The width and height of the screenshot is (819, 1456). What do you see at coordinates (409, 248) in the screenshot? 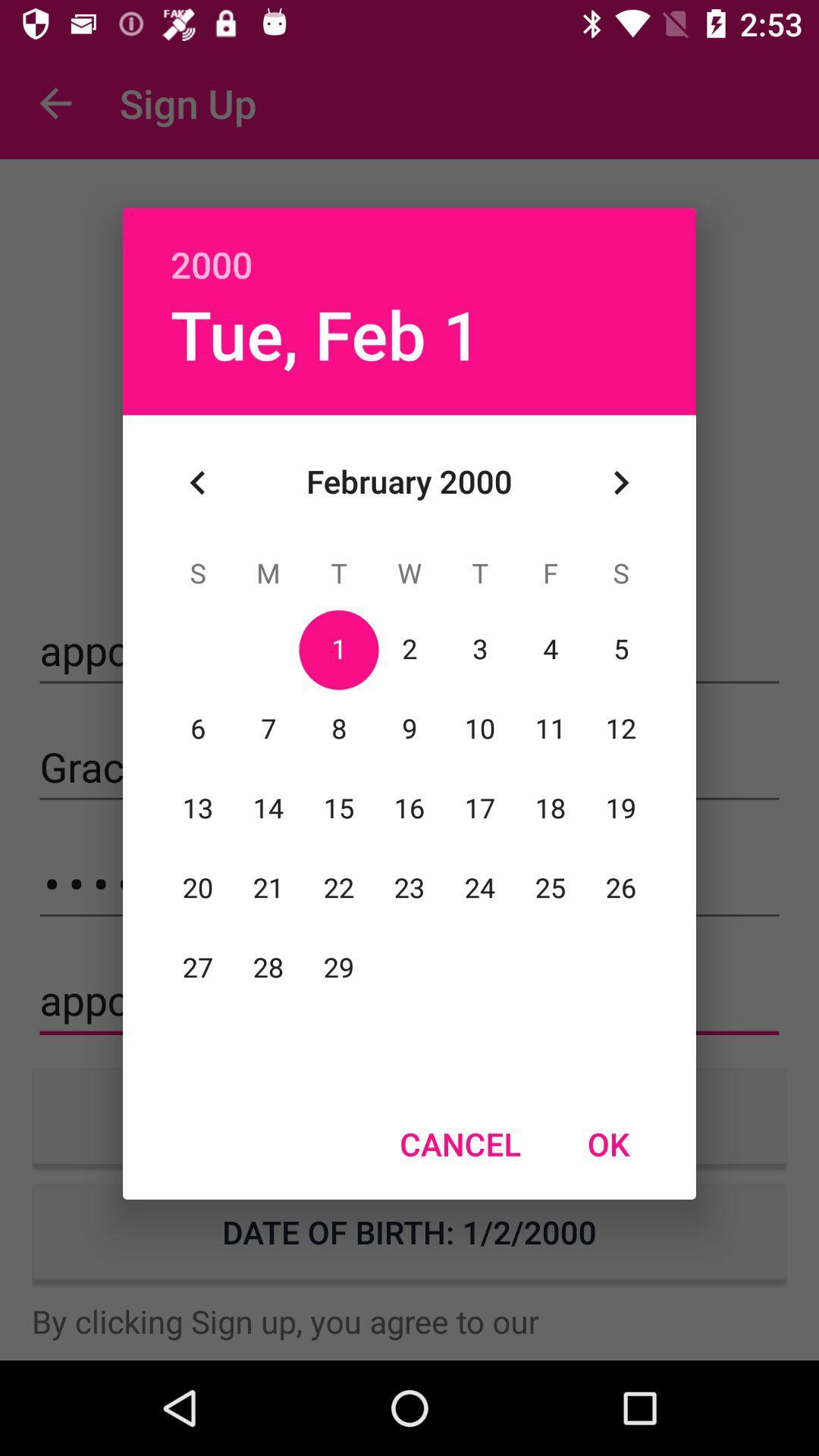
I see `the 2000 icon` at bounding box center [409, 248].